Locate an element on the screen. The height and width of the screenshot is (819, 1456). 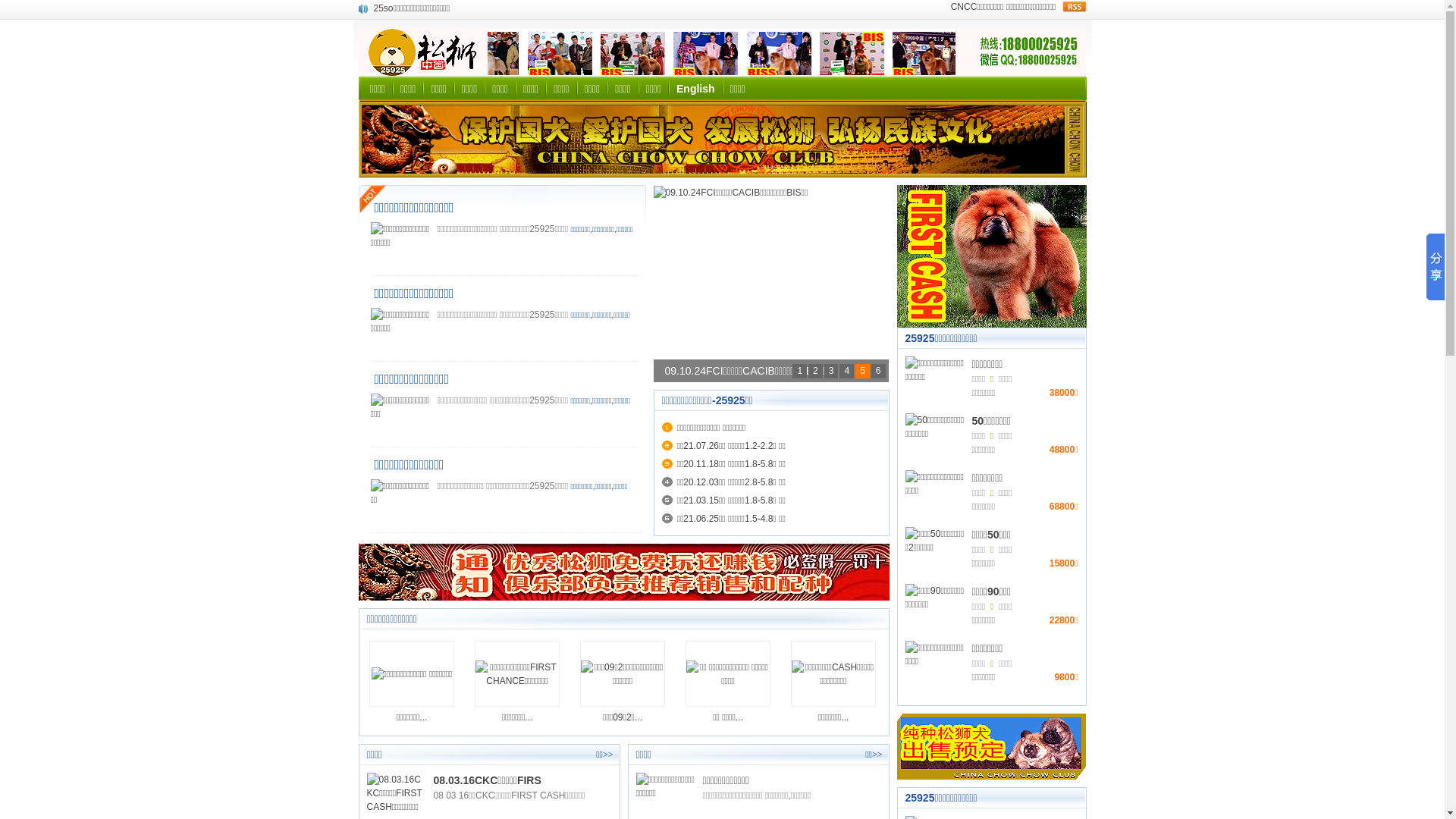
'rss' is located at coordinates (1073, 6).